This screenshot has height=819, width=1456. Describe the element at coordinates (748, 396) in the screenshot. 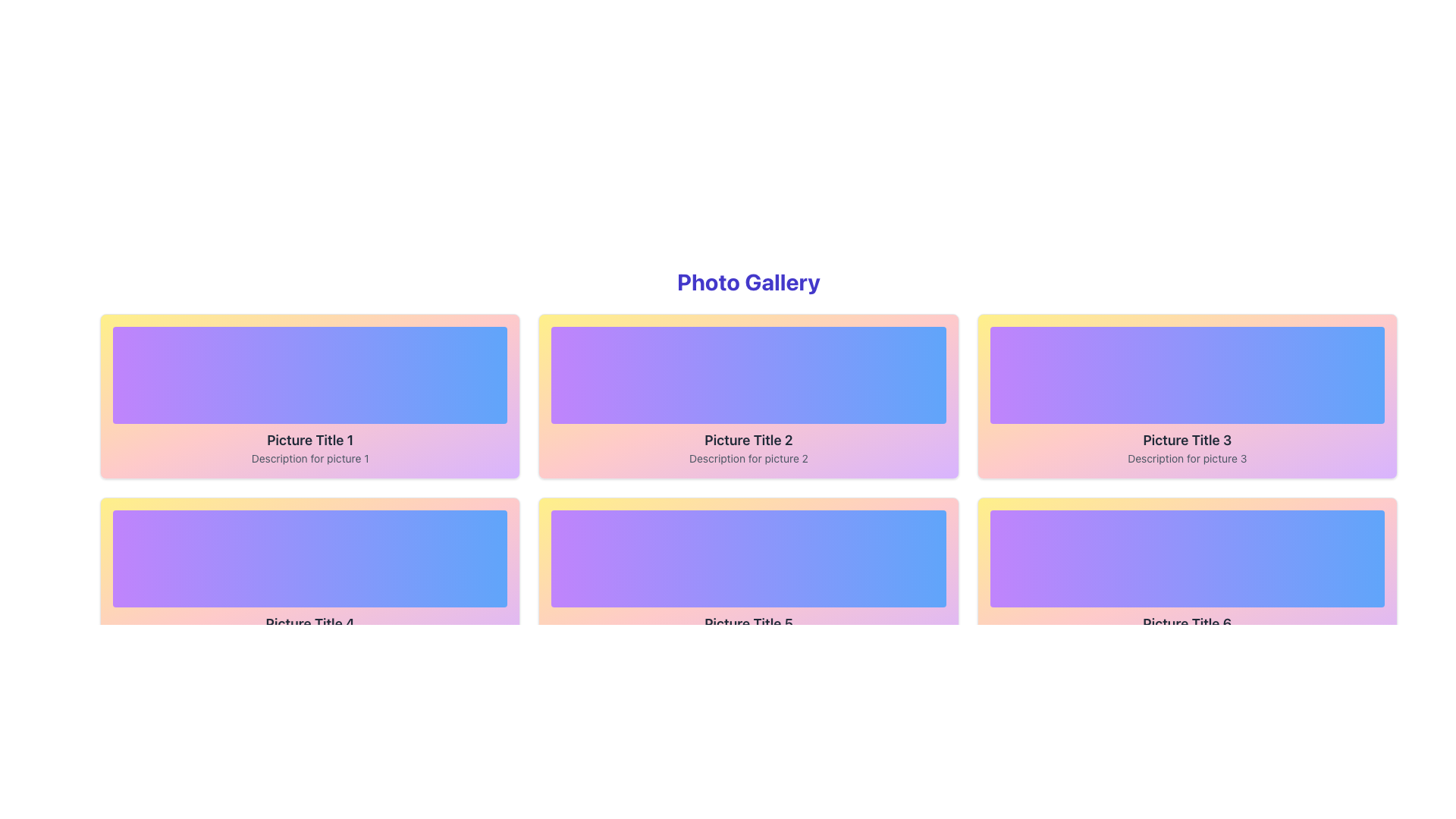

I see `the second card in the first row of the grid layout, which displays an image along with the title 'Picture Title 2' and its description` at that location.